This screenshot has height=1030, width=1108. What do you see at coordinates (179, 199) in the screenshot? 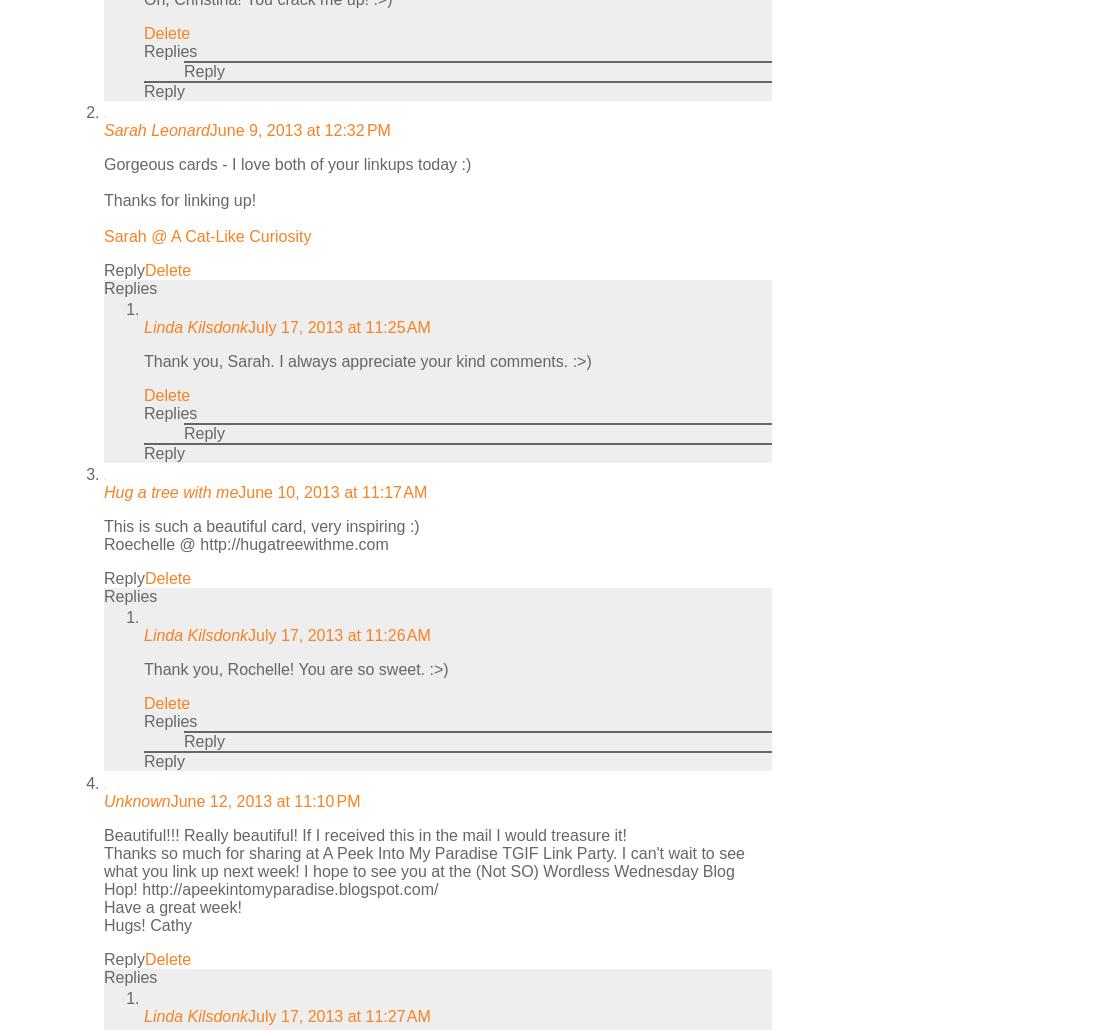
I see `'Thanks for linking up!'` at bounding box center [179, 199].